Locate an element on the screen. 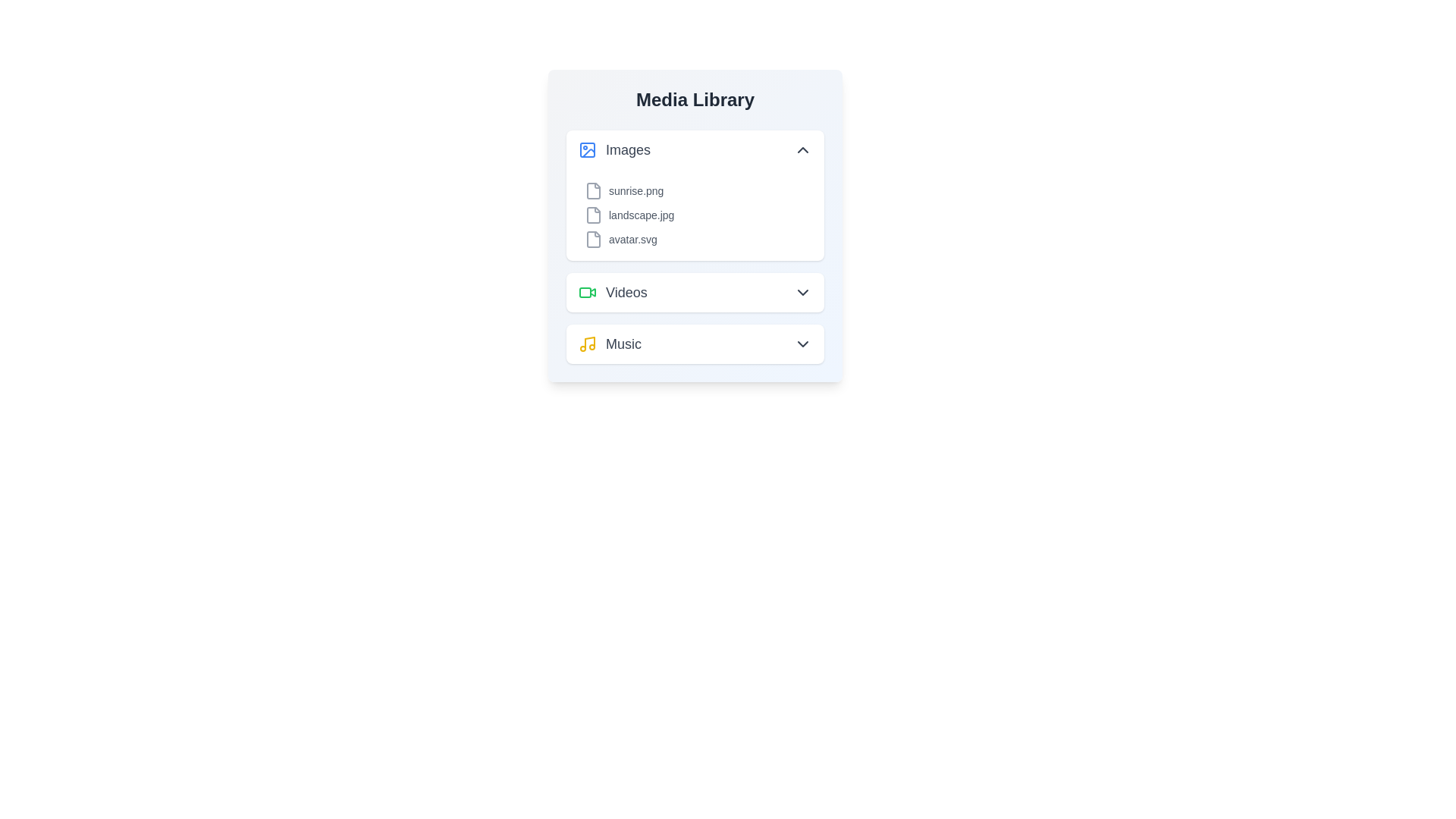 Image resolution: width=1456 pixels, height=819 pixels. the decorative graphical element representing the 'Videos' section, which is part of the video icon within the media library interface is located at coordinates (585, 292).